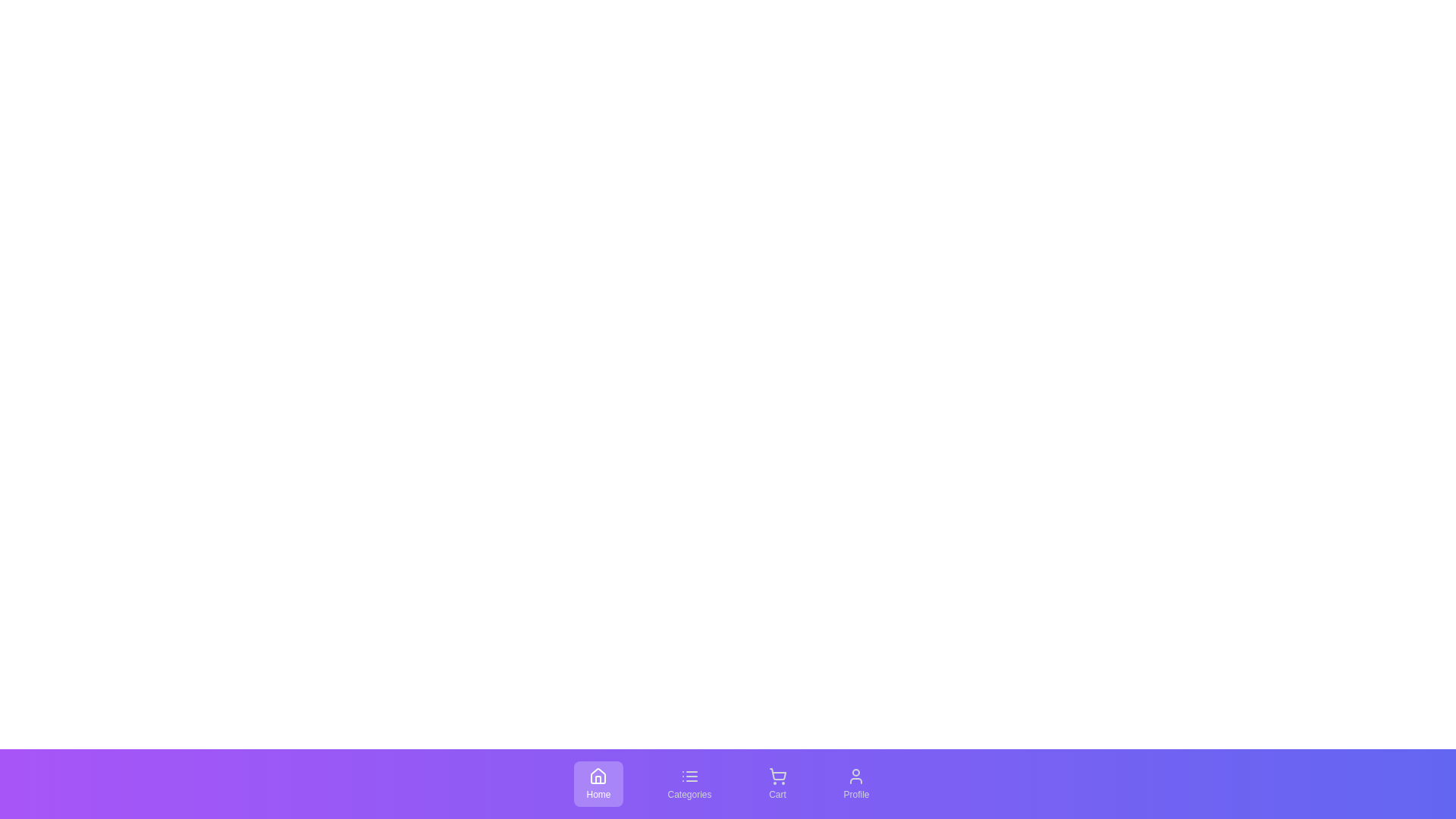 Image resolution: width=1456 pixels, height=819 pixels. I want to click on the tab labeled Profile to see its hover effect, so click(856, 783).